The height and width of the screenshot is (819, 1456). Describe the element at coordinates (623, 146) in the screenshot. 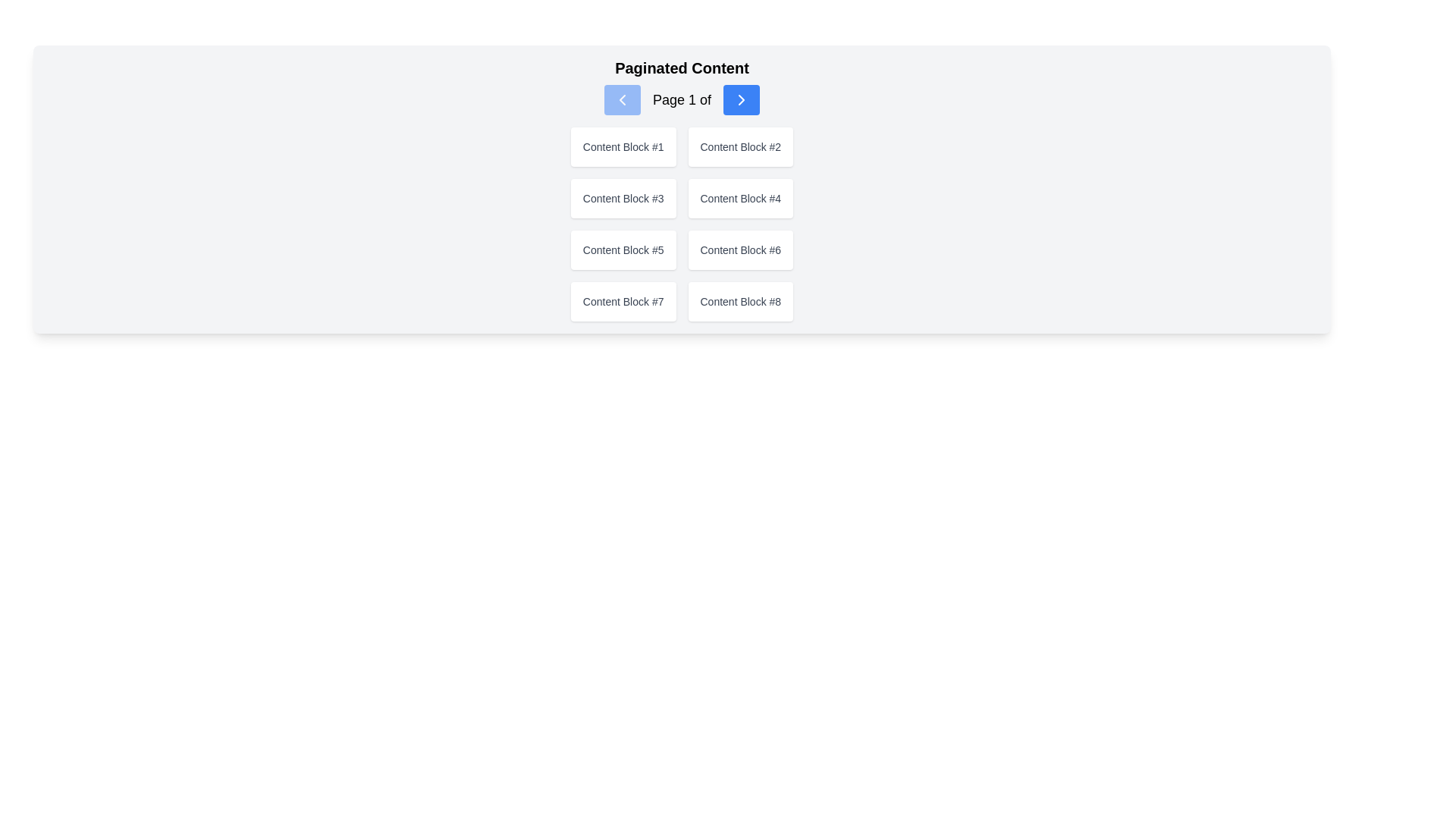

I see `the Informational block (non-interactive) containing the text 'Content Block #1' with a white background and subtle rounded corners` at that location.